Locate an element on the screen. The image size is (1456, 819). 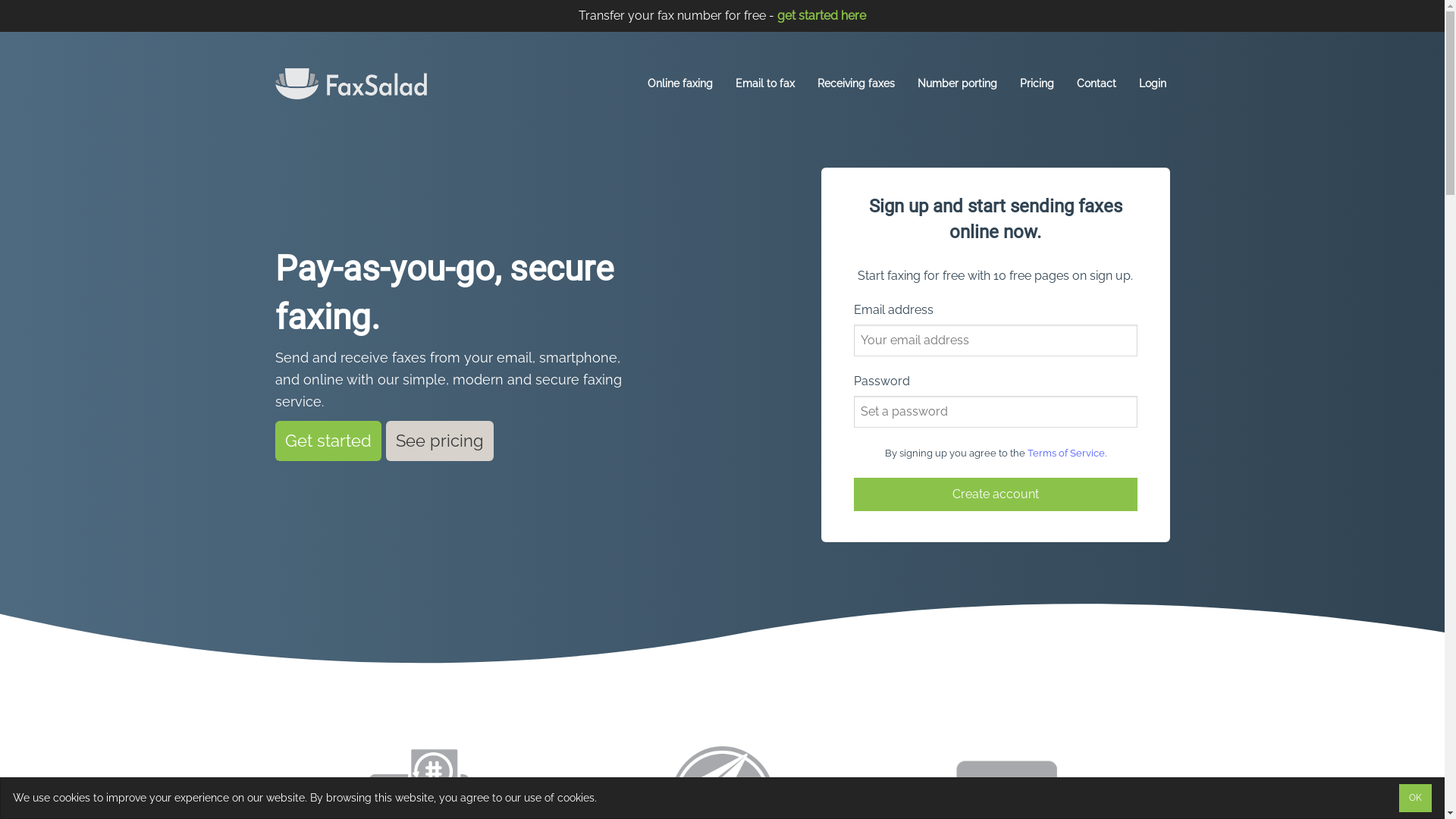
'See pricing' is located at coordinates (439, 441).